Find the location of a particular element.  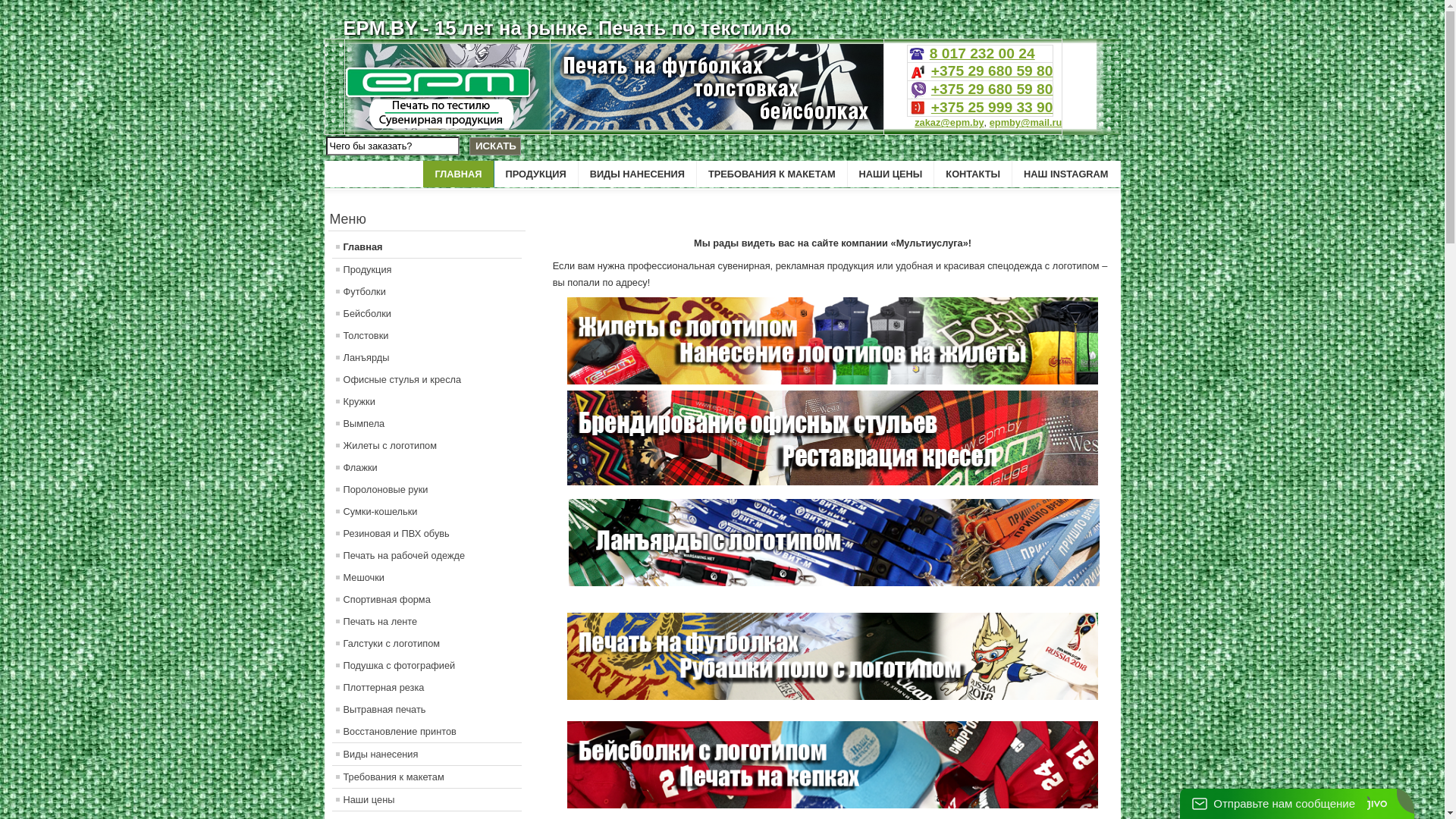

'zakaz@epm.by' is located at coordinates (948, 121).